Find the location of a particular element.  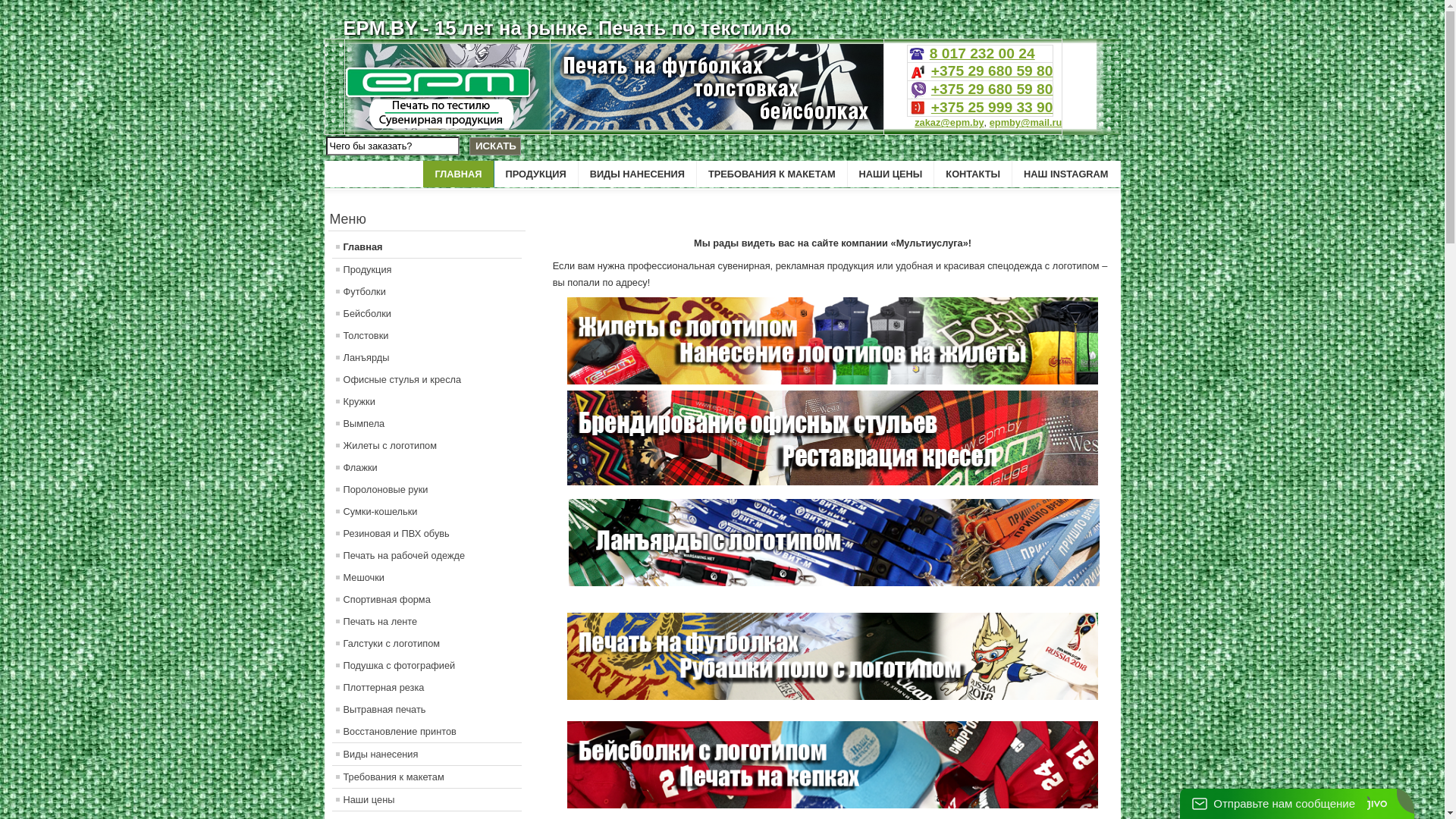

'zakaz@epm.by' is located at coordinates (948, 121).